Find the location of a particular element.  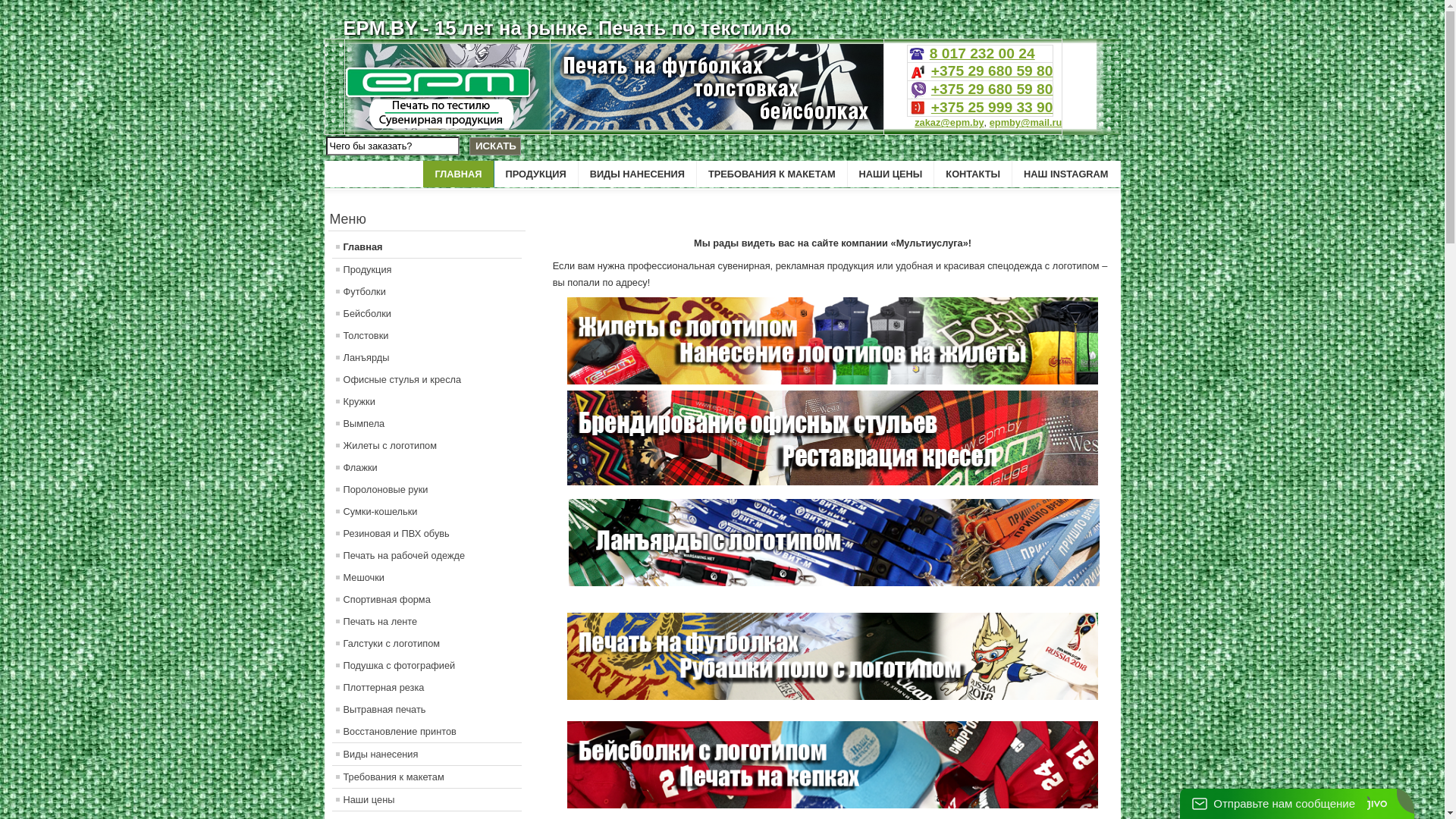

'zakaz@epm.by' is located at coordinates (948, 121).